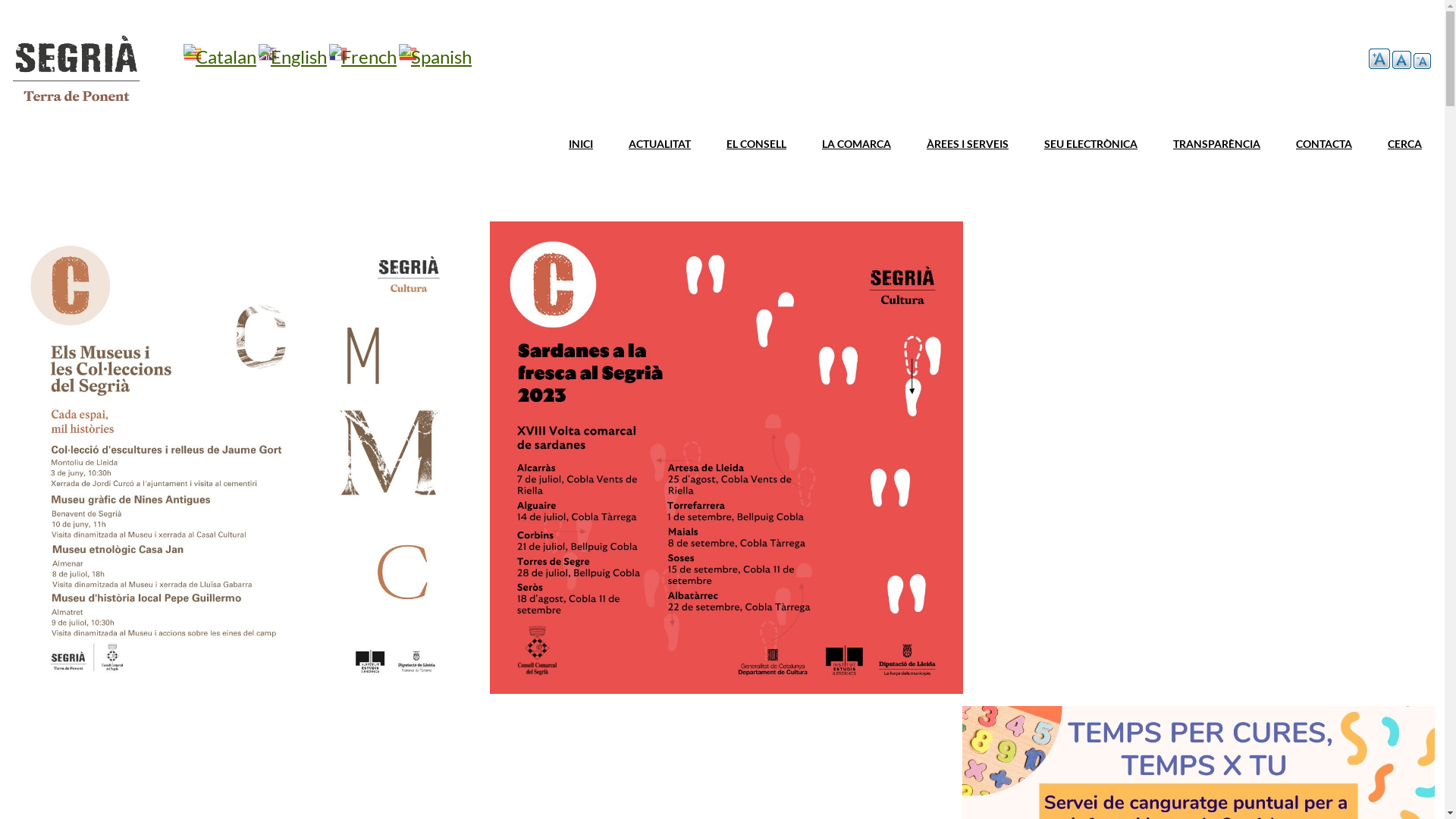 The width and height of the screenshot is (1456, 819). I want to click on 'A', so click(1368, 58).